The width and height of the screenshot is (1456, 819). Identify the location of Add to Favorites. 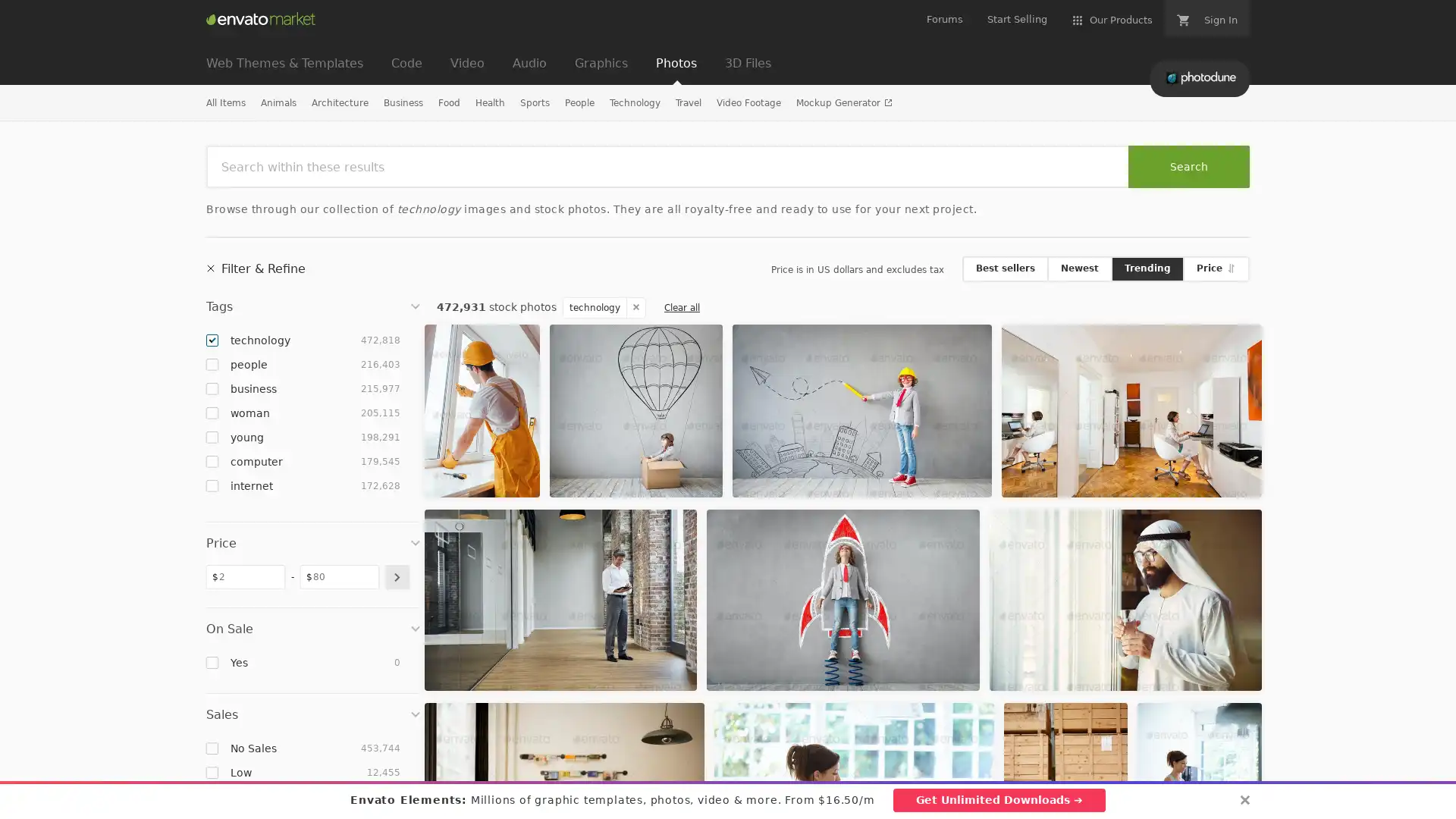
(1241, 528).